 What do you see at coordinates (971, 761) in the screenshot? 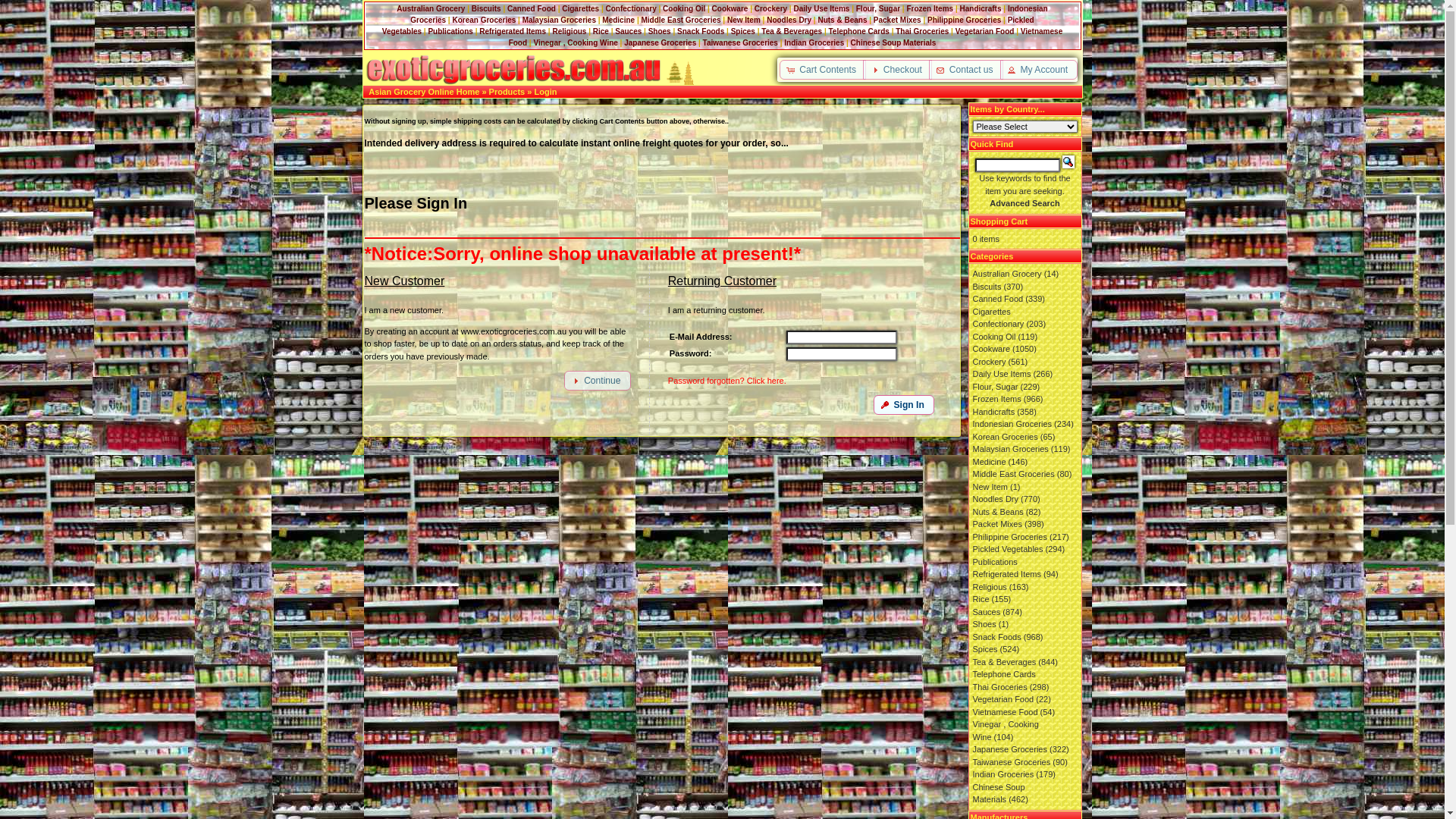
I see `'Taiwanese Groceries'` at bounding box center [971, 761].